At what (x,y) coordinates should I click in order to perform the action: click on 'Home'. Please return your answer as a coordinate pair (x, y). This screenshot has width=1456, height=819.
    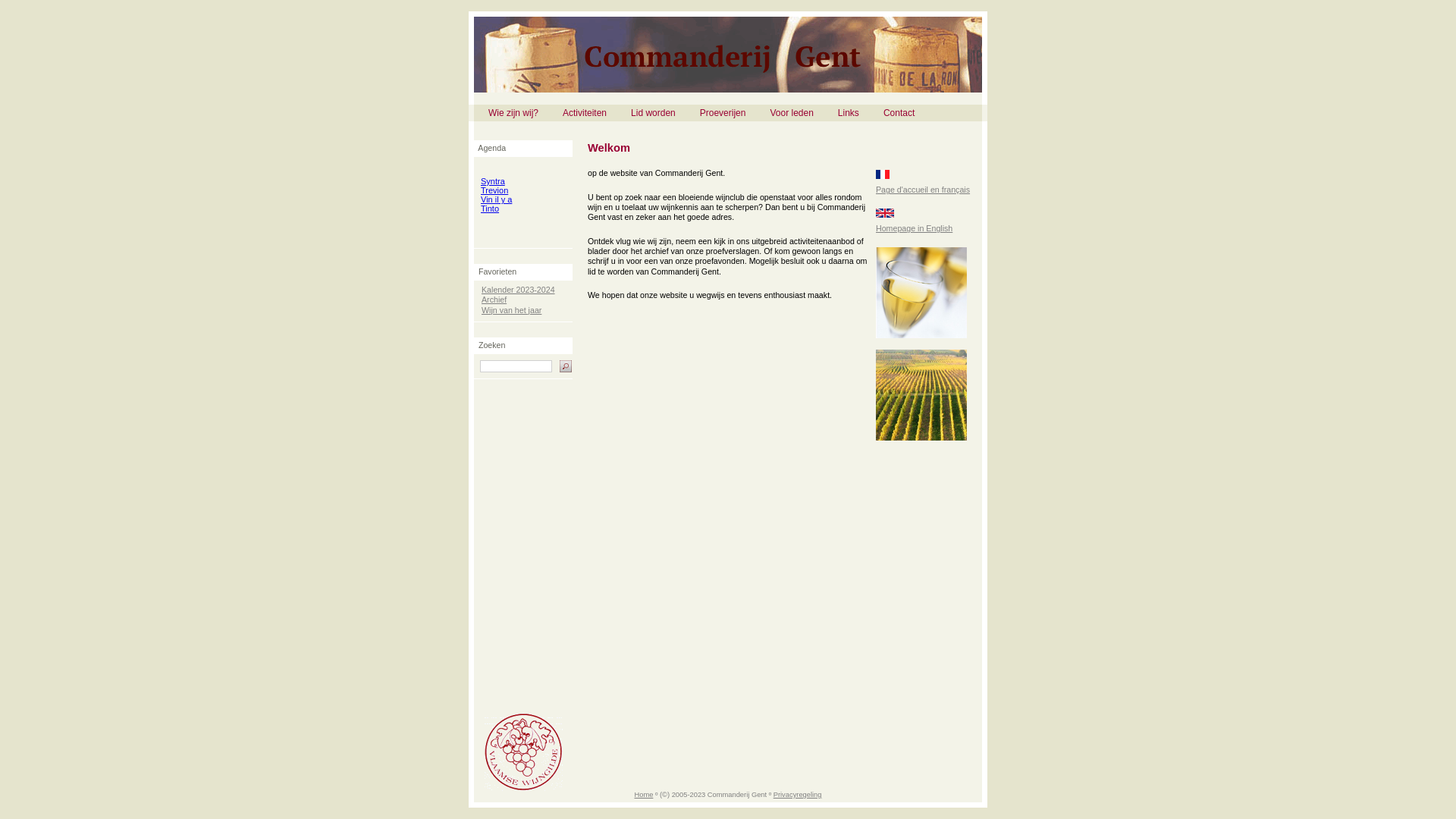
    Looking at the image, I should click on (643, 794).